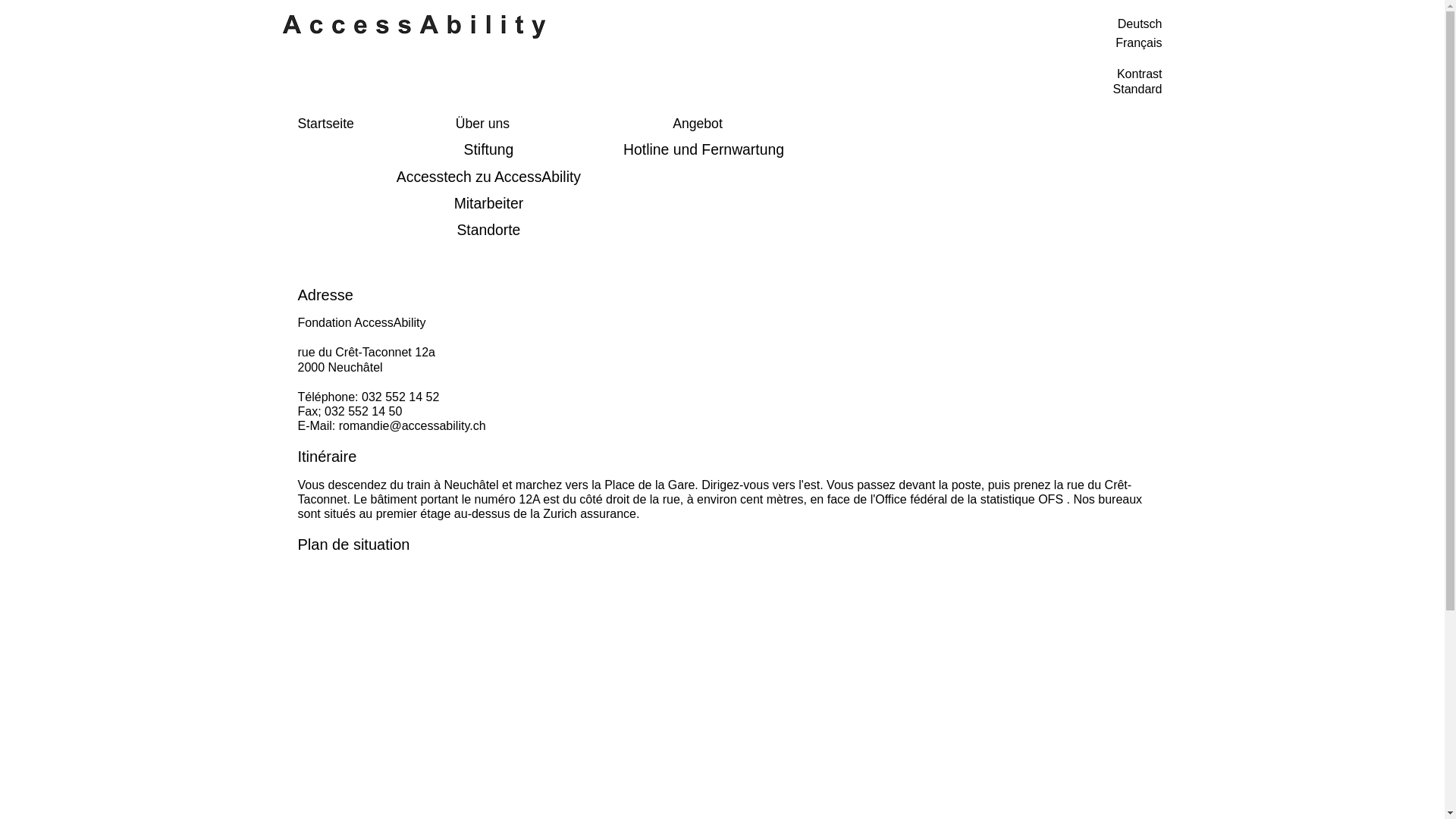  Describe the element at coordinates (488, 202) in the screenshot. I see `'Mitarbeiter'` at that location.